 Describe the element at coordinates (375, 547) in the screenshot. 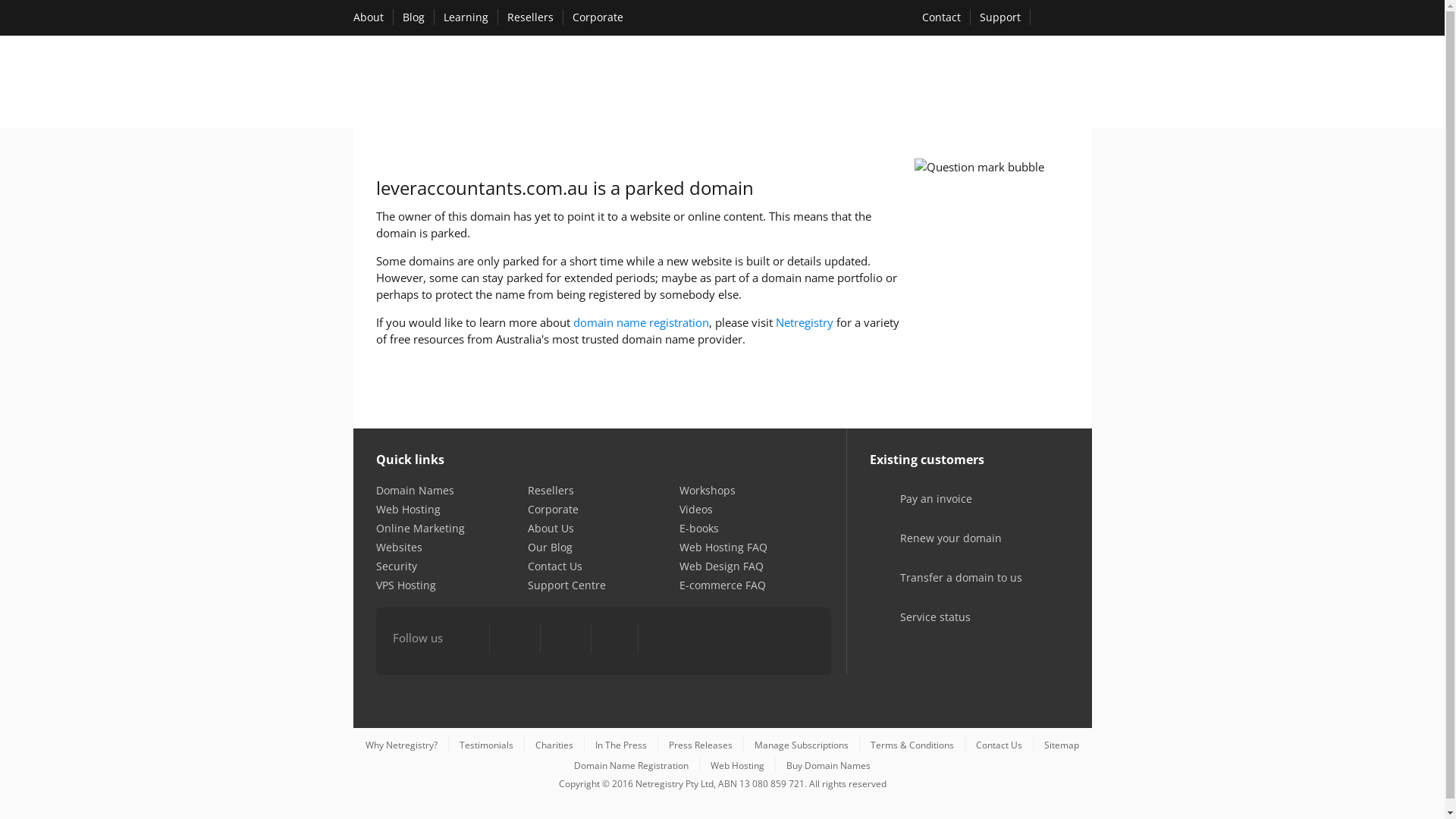

I see `'Websites'` at that location.